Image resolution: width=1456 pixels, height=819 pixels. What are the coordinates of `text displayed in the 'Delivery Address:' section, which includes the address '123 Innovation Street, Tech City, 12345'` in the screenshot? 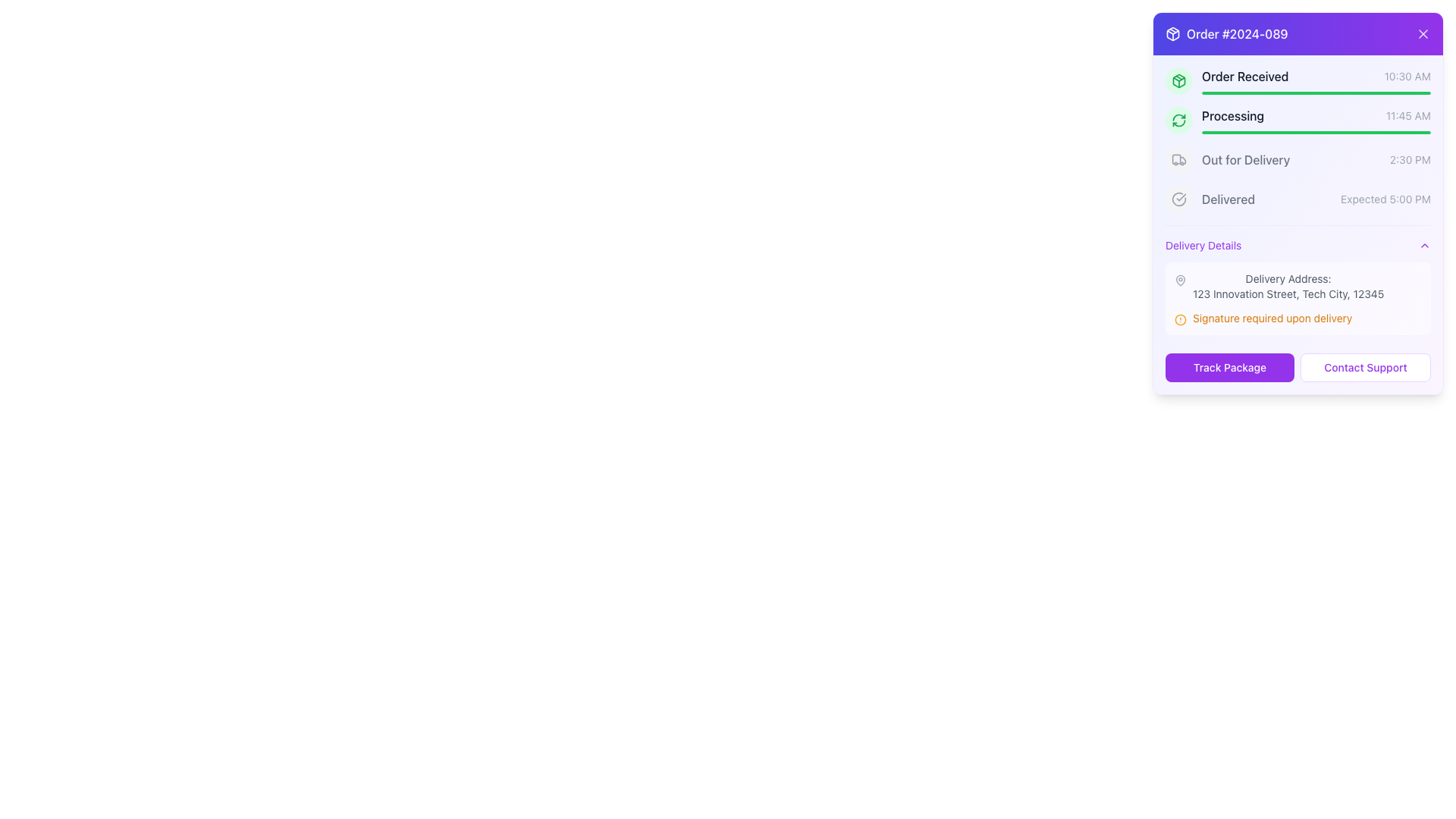 It's located at (1288, 287).